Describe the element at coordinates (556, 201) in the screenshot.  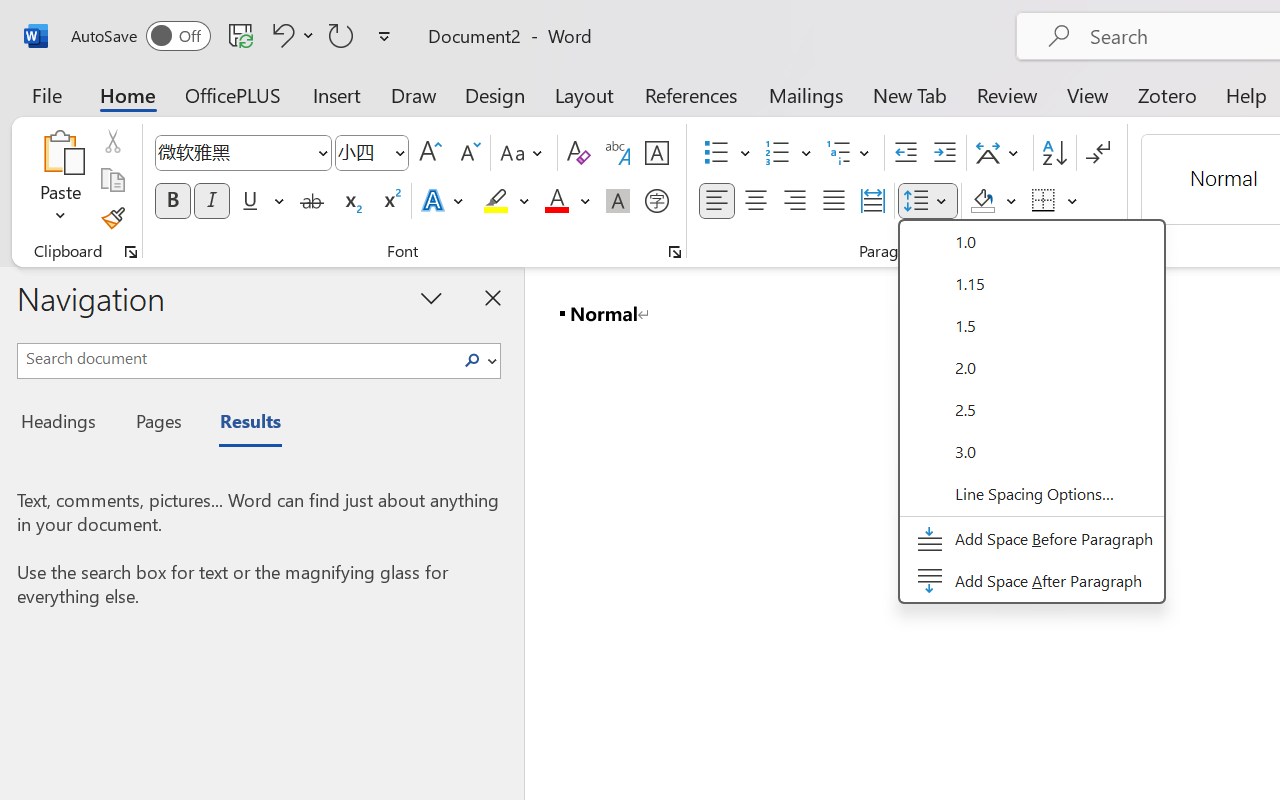
I see `'Font Color Red'` at that location.